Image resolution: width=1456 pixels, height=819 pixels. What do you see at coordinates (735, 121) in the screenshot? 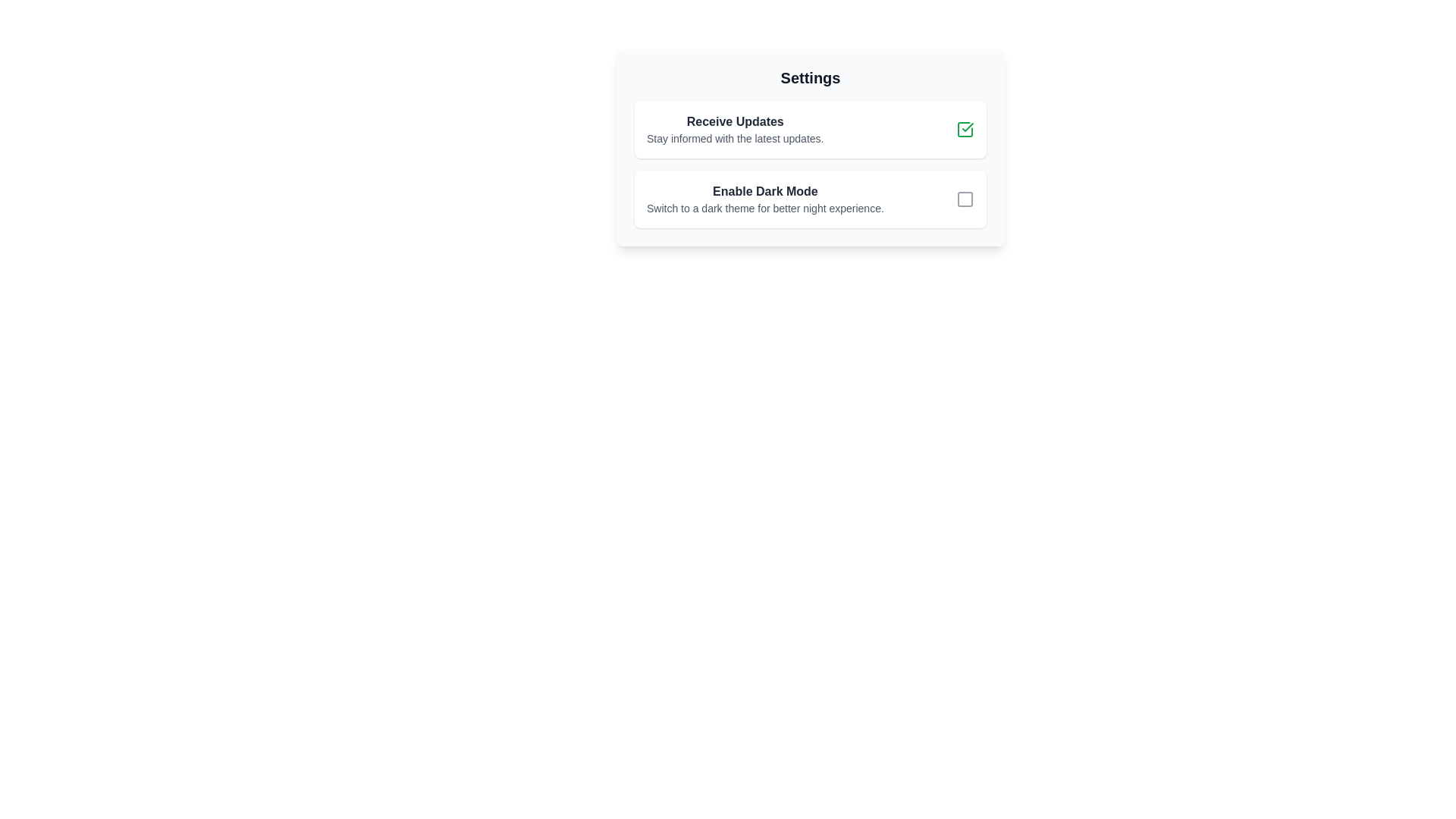
I see `the text label reading 'Receive Updates' styled in bold and dark color, which is located below the heading 'Settings' and above the text 'Stay informed with the latest updates'` at bounding box center [735, 121].